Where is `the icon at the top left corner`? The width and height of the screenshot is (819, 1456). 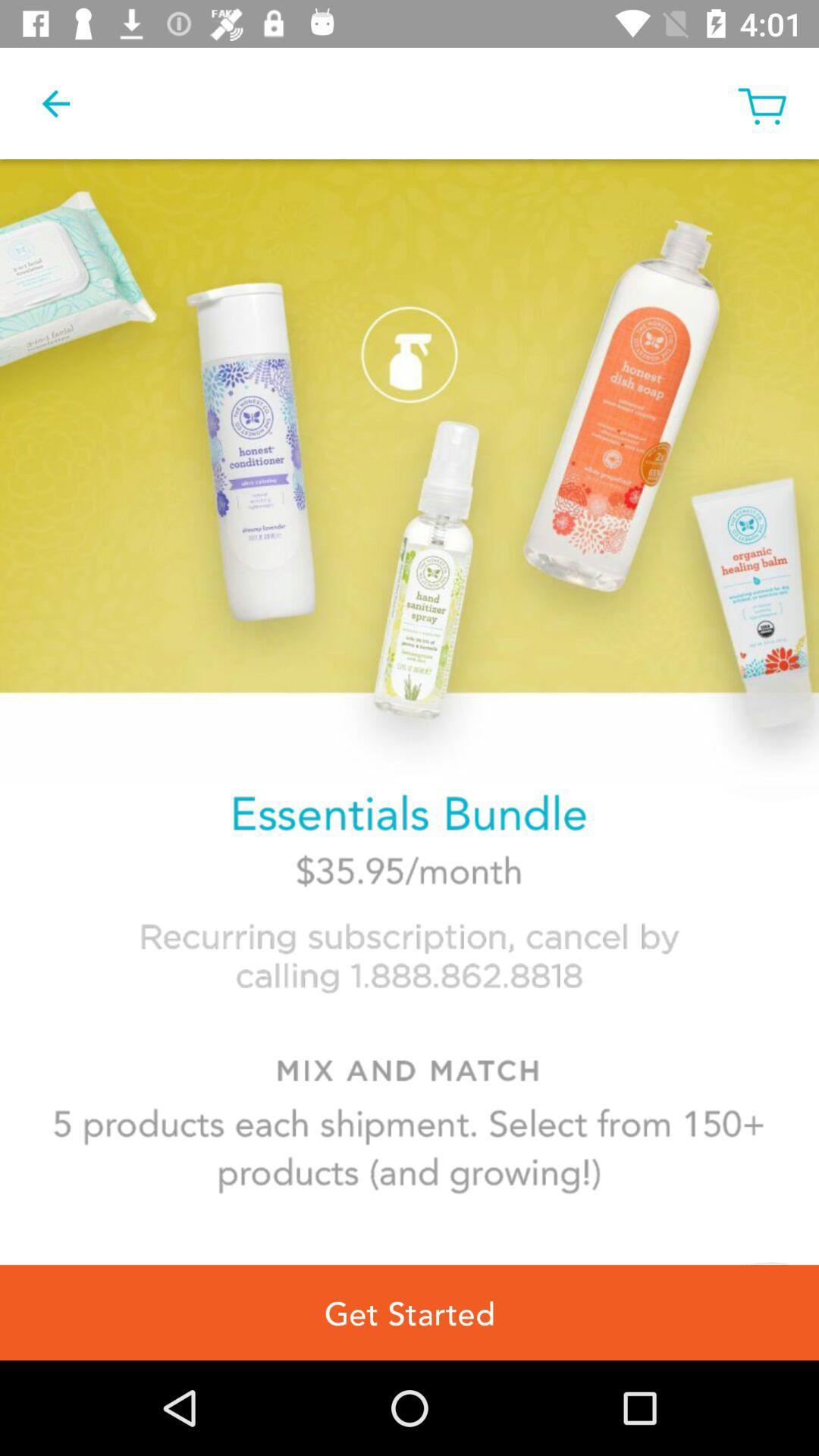 the icon at the top left corner is located at coordinates (55, 102).